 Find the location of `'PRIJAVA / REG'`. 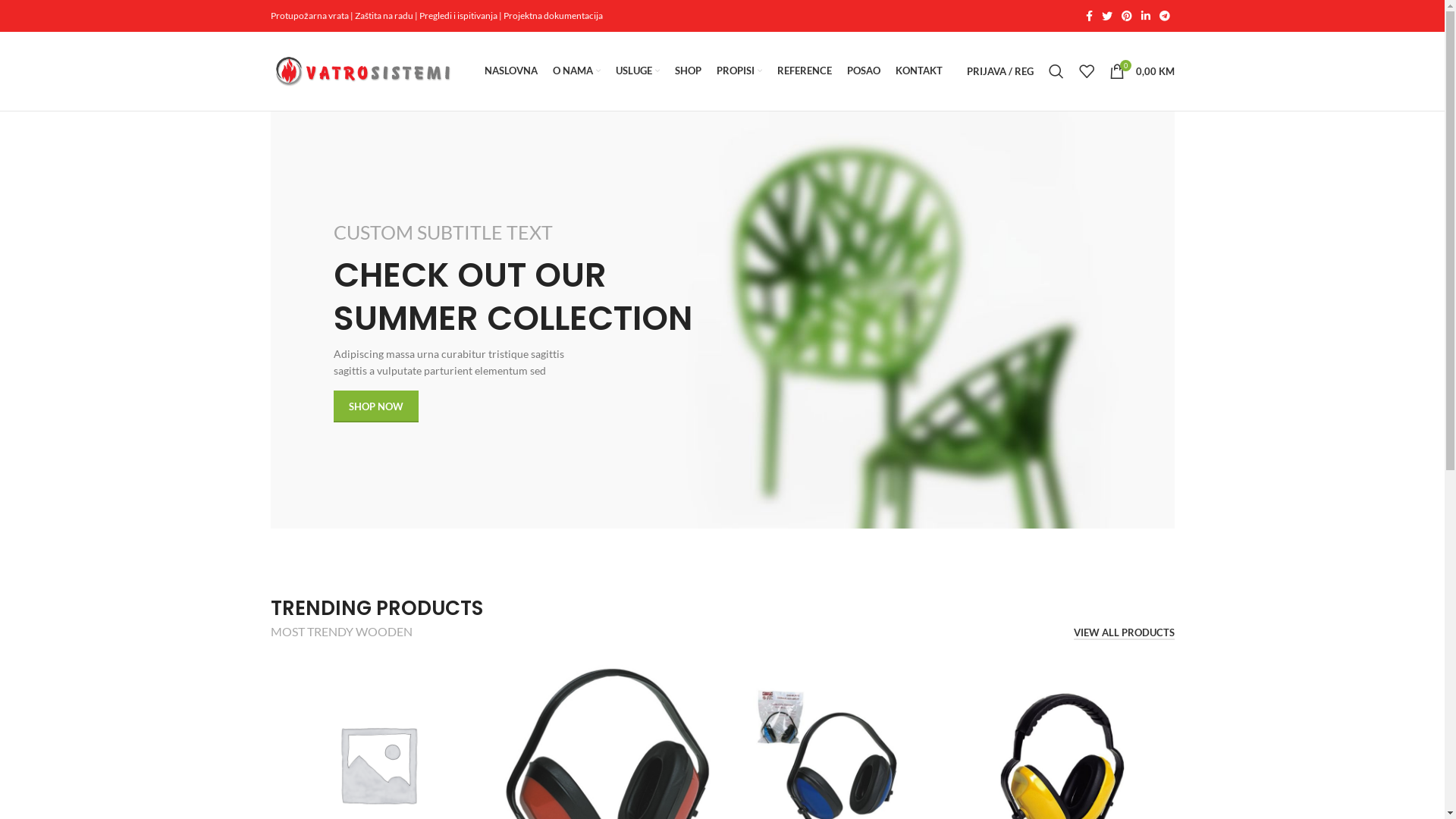

'PRIJAVA / REG' is located at coordinates (957, 71).